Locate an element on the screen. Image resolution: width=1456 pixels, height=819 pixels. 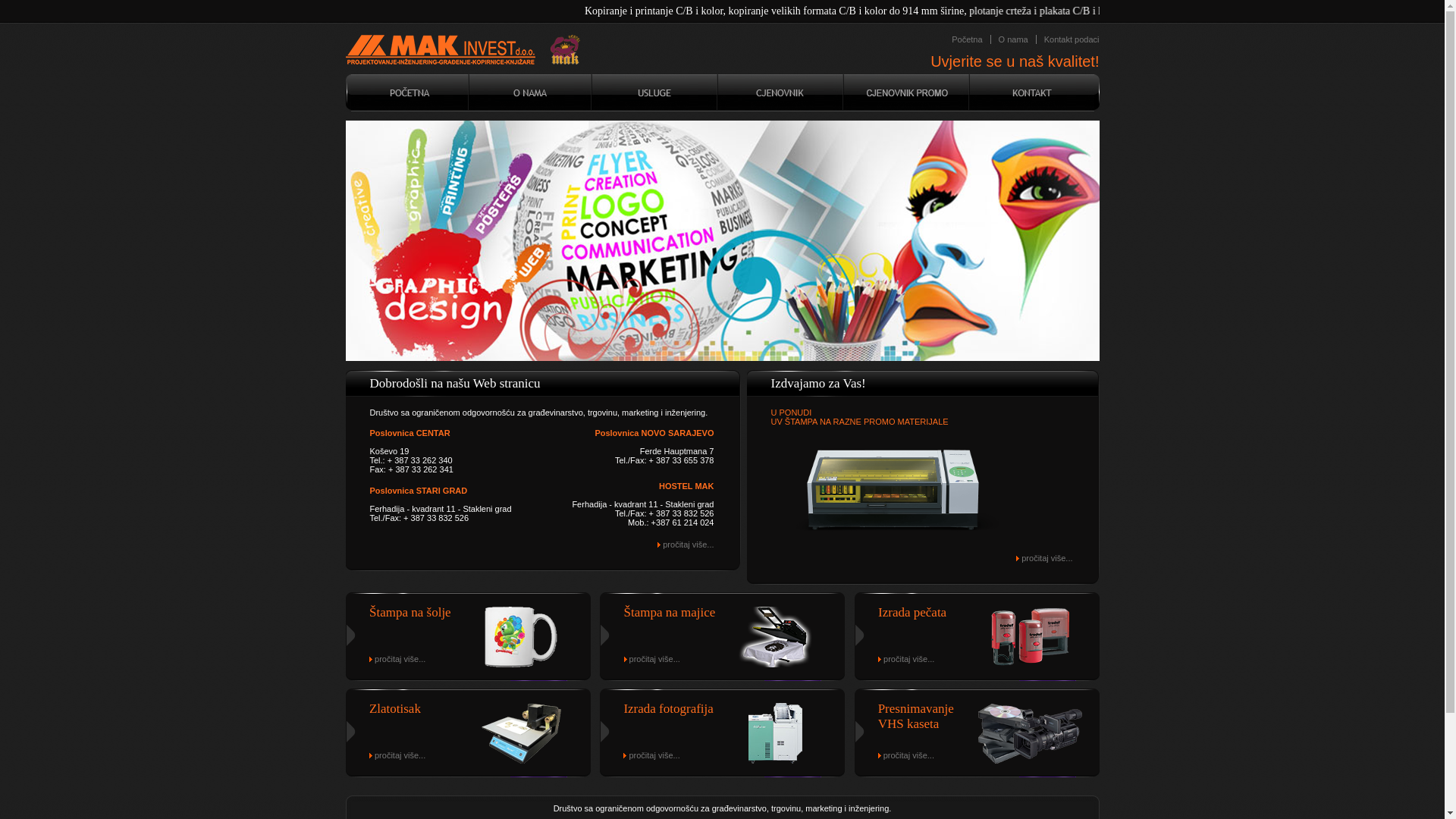
'Kontakt podaci' is located at coordinates (1067, 38).